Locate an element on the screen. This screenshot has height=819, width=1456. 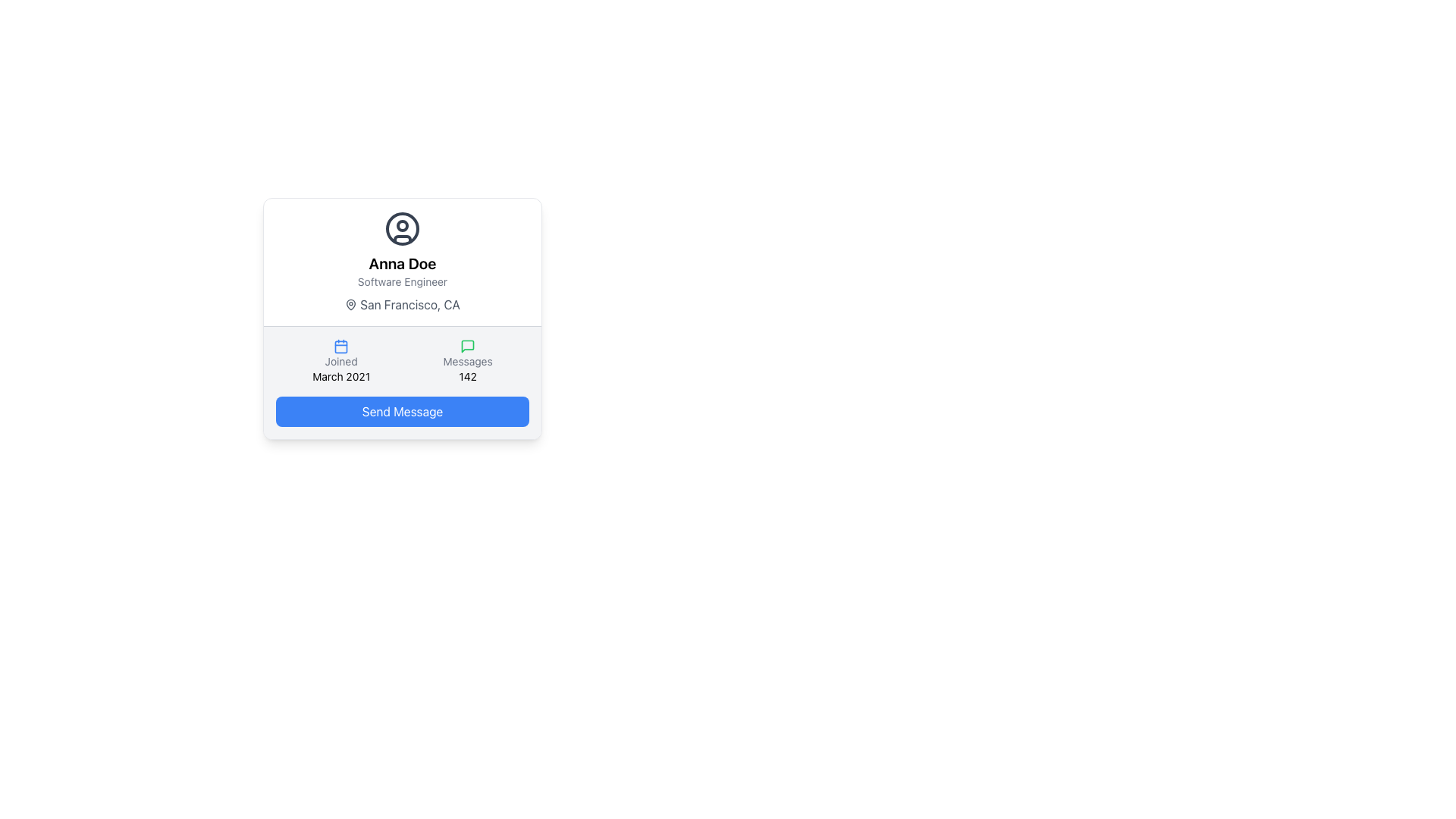
message count displayed in the 'Messages 142' element located at the bottom right corner of the user profile card is located at coordinates (467, 362).